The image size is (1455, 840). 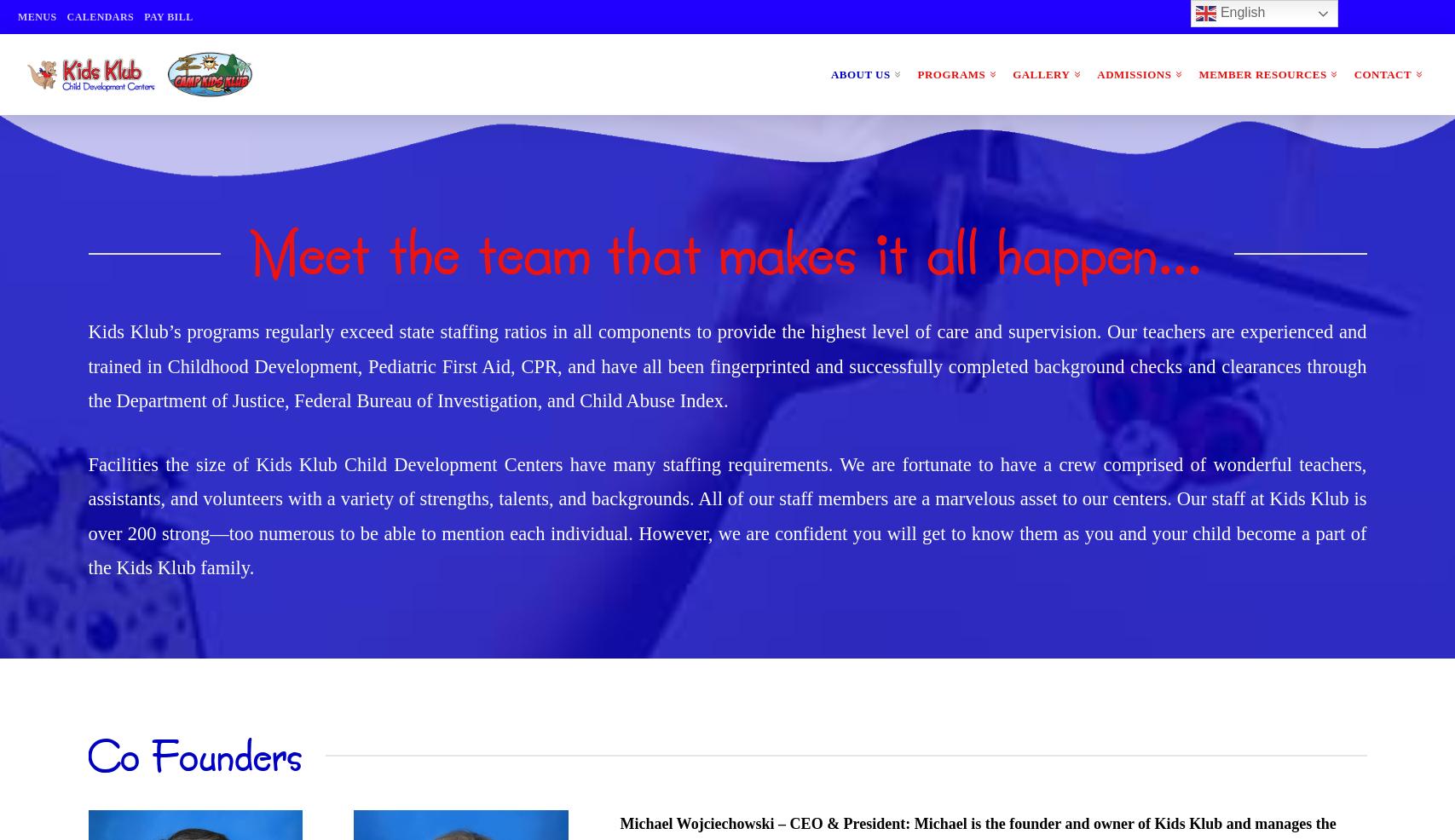 I want to click on 'Our Locations', so click(x=892, y=223).